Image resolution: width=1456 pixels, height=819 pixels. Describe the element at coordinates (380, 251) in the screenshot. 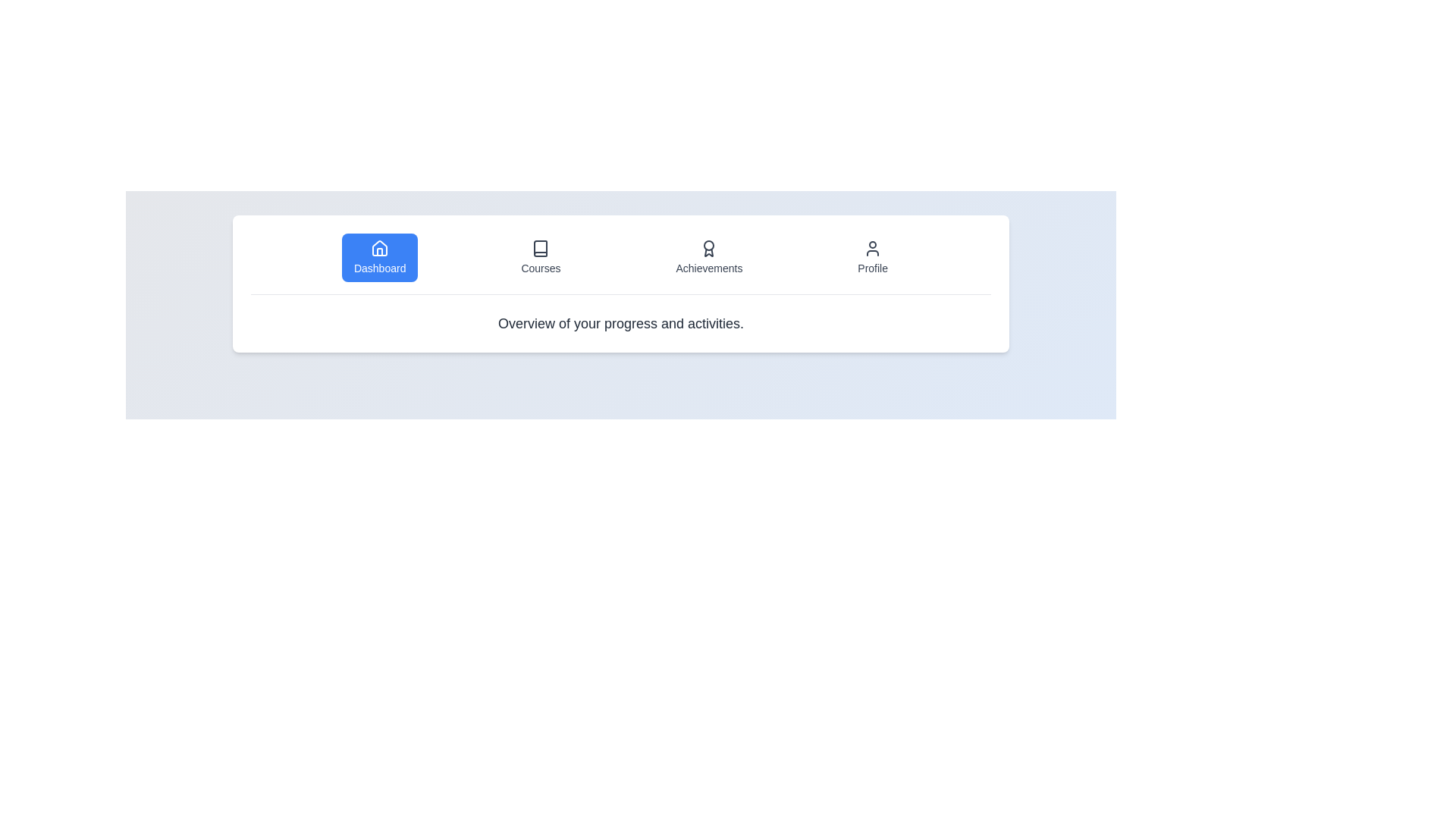

I see `the Dashboard button which contains the home icon indicating the main dashboard section of the interface` at that location.